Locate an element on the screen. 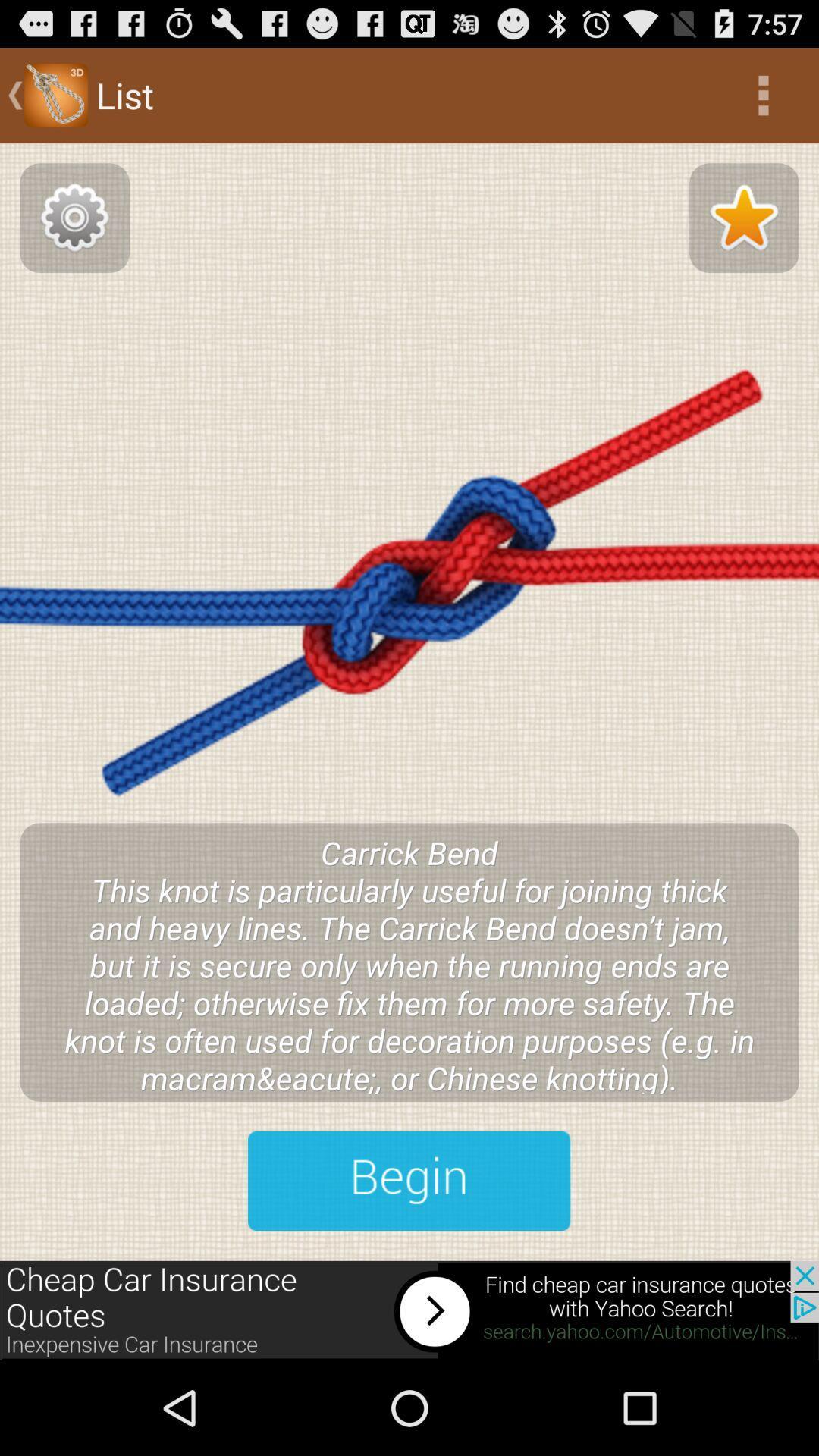 This screenshot has width=819, height=1456. advertisement is located at coordinates (409, 1310).